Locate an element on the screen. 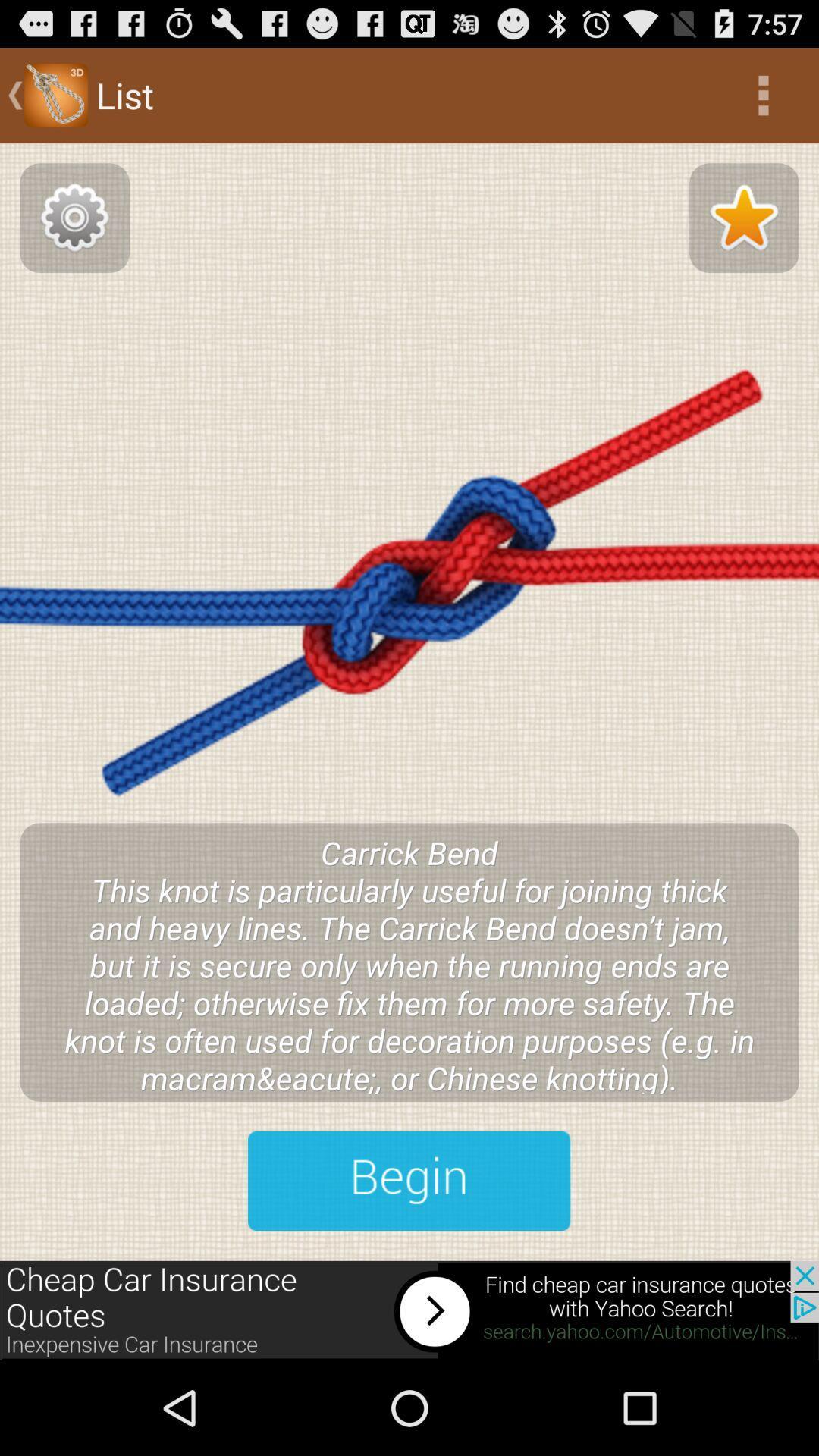 This screenshot has width=819, height=1456. advertisement is located at coordinates (409, 1310).